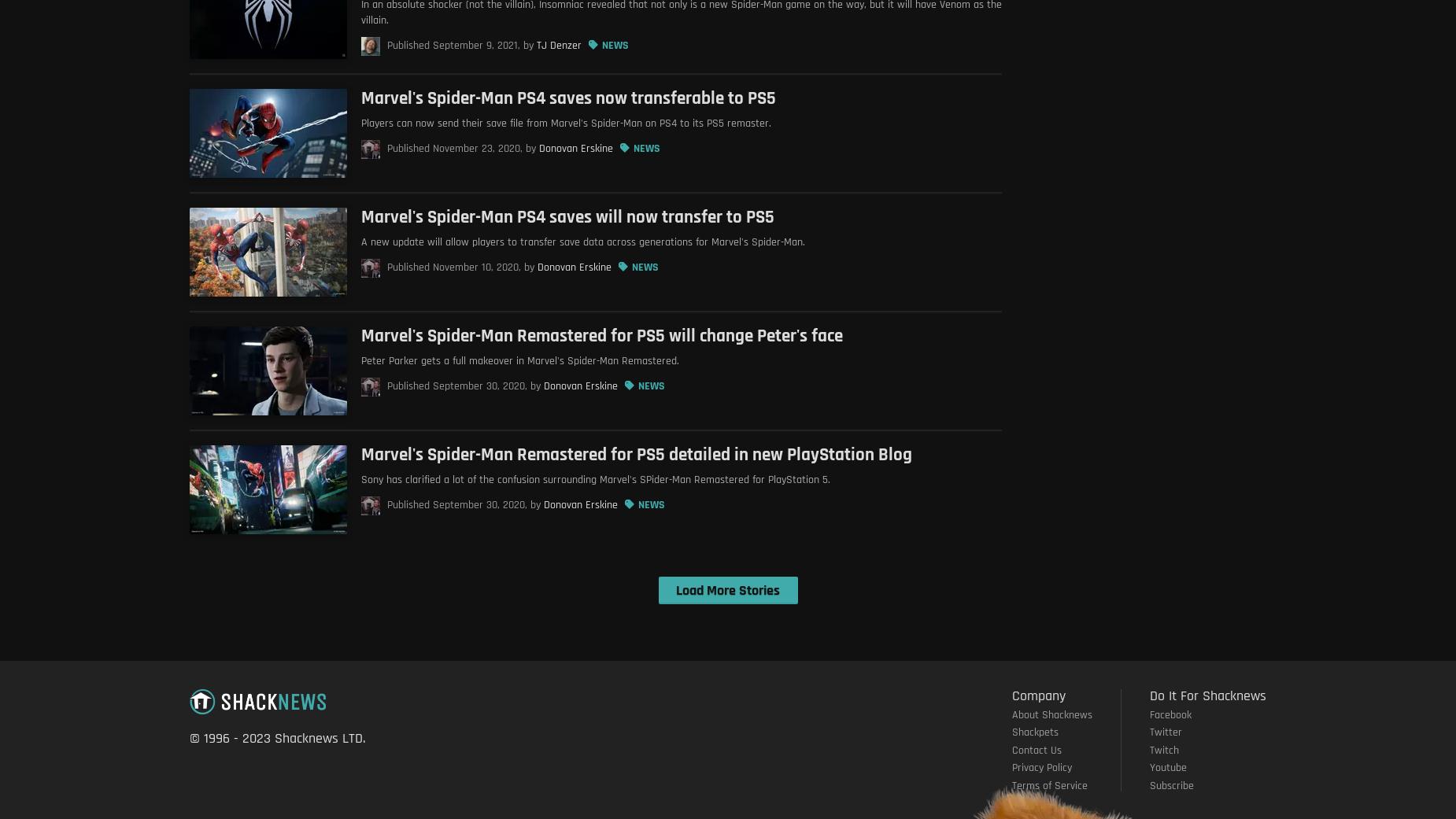 The width and height of the screenshot is (1456, 819). What do you see at coordinates (520, 360) in the screenshot?
I see `'Peter Parker gets a full makeover in Marvel's Spider-Man Remastered.'` at bounding box center [520, 360].